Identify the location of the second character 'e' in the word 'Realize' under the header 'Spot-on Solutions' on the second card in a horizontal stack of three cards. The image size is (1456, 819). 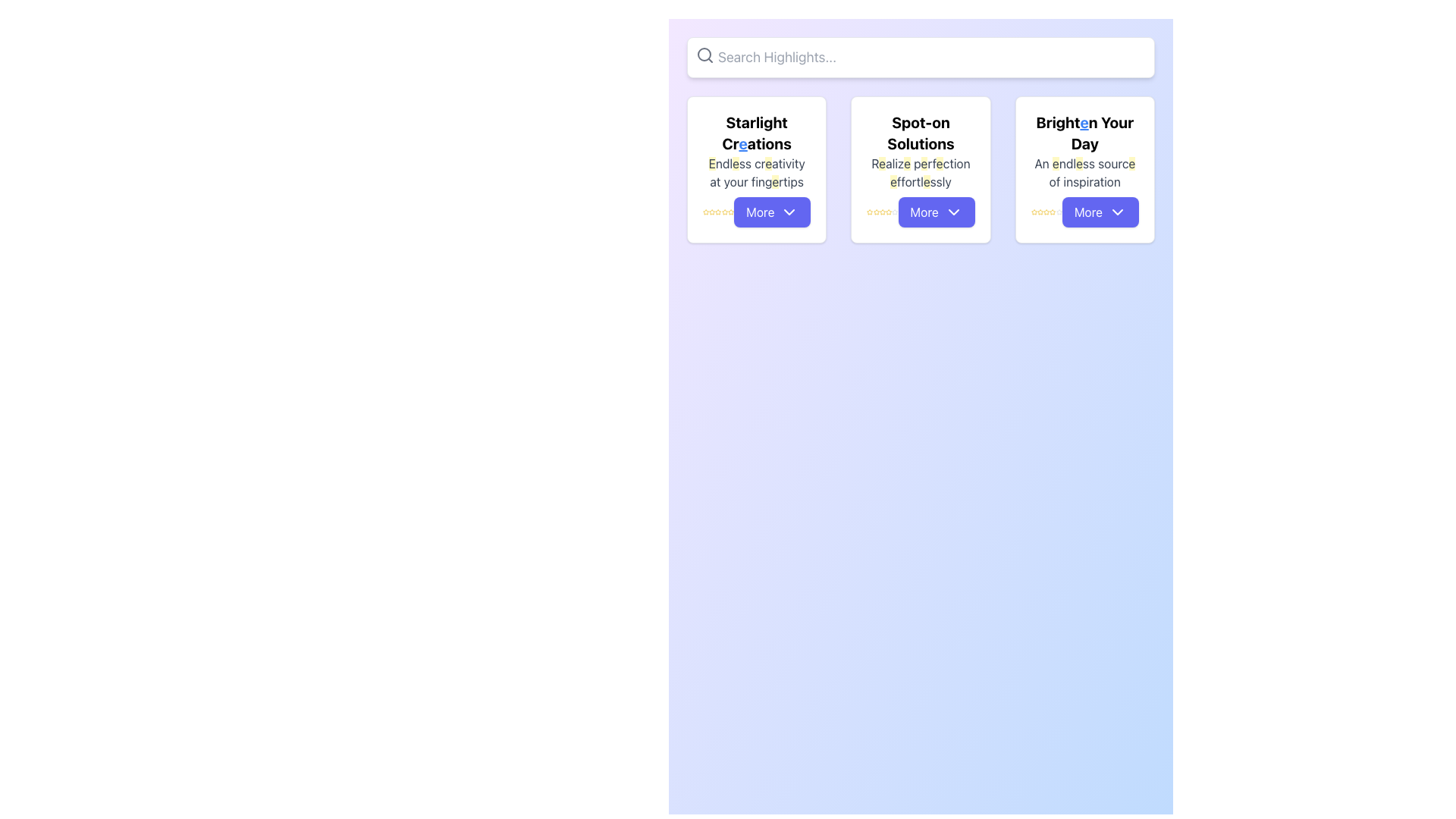
(882, 164).